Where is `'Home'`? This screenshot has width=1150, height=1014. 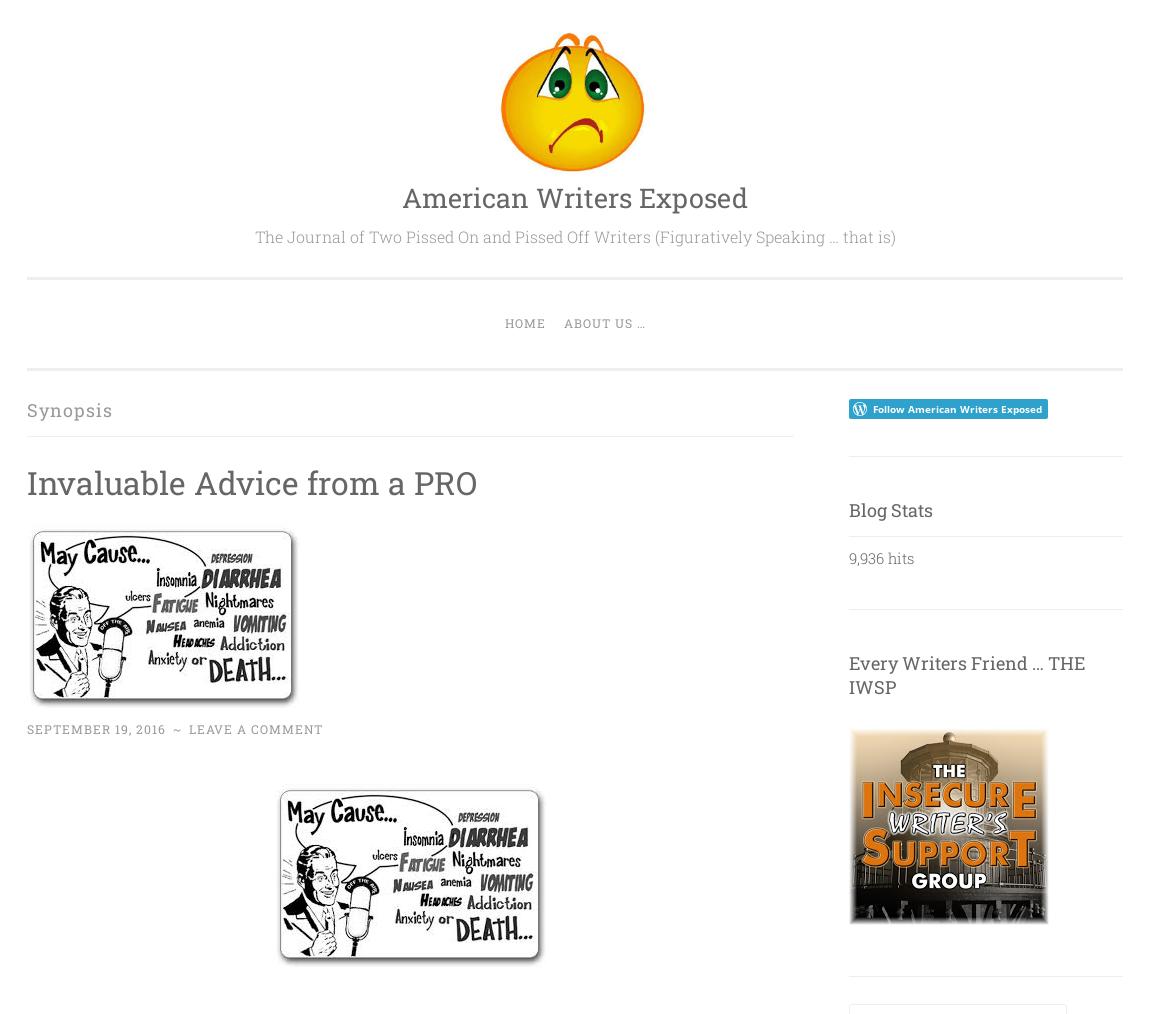
'Home' is located at coordinates (524, 322).